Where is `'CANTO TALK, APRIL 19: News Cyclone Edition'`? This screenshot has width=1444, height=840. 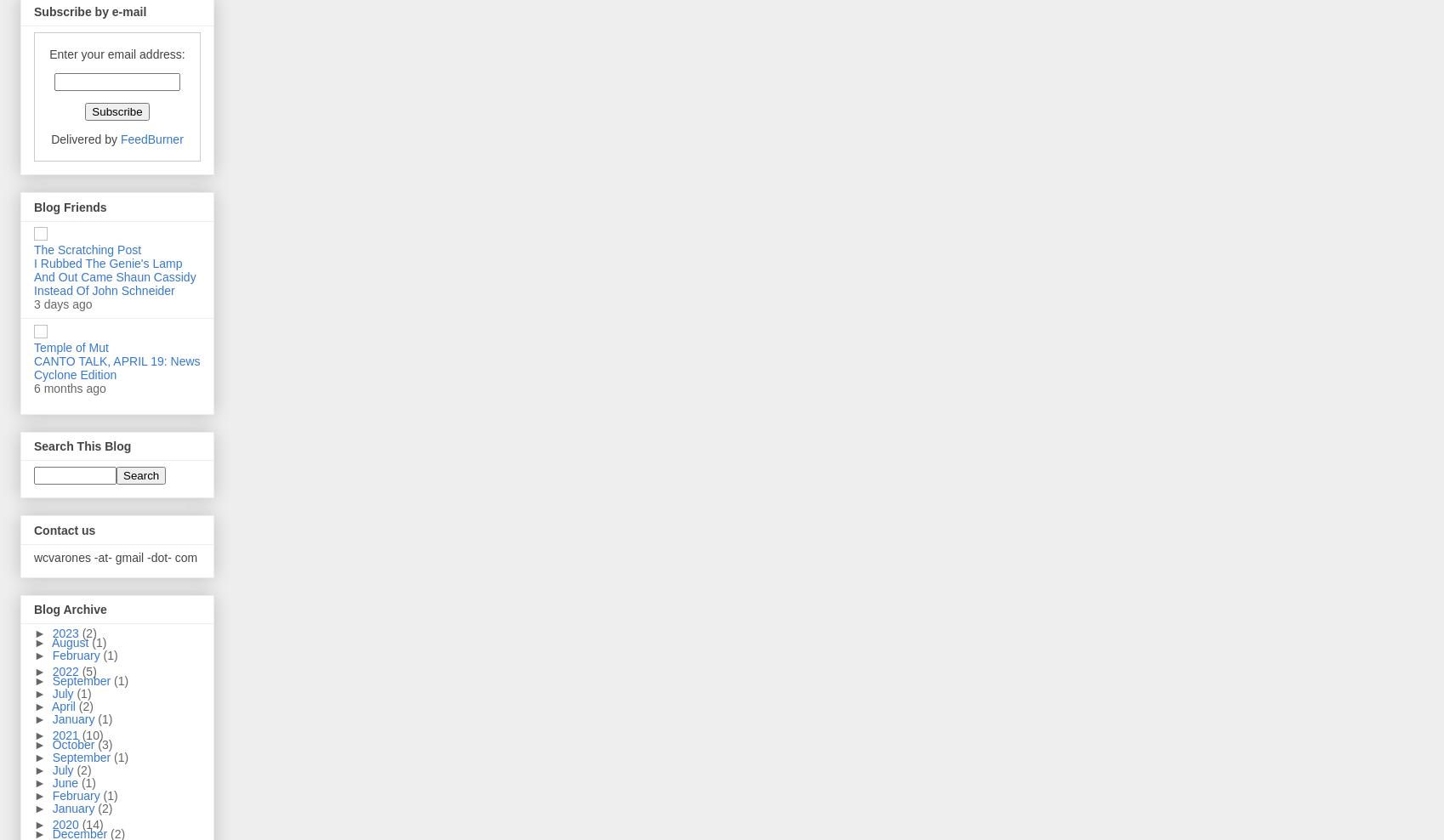 'CANTO TALK, APRIL 19: News Cyclone Edition' is located at coordinates (116, 366).